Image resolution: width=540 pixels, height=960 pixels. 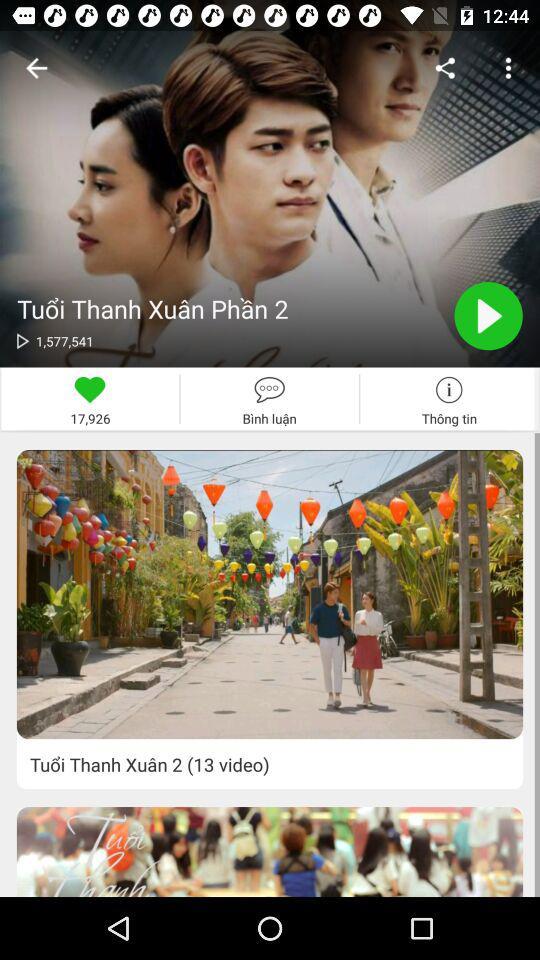 I want to click on the play icon, so click(x=487, y=316).